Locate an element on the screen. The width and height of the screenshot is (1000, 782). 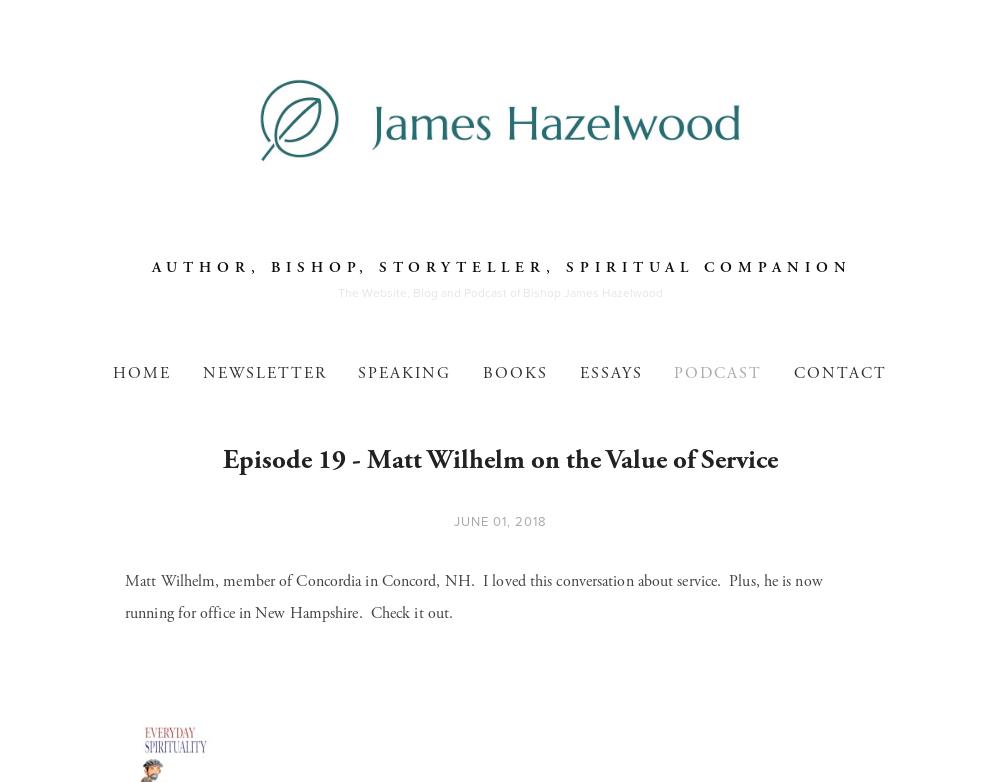
'Author, Bishop, Storyteller, Spiritual Companion' is located at coordinates (501, 266).